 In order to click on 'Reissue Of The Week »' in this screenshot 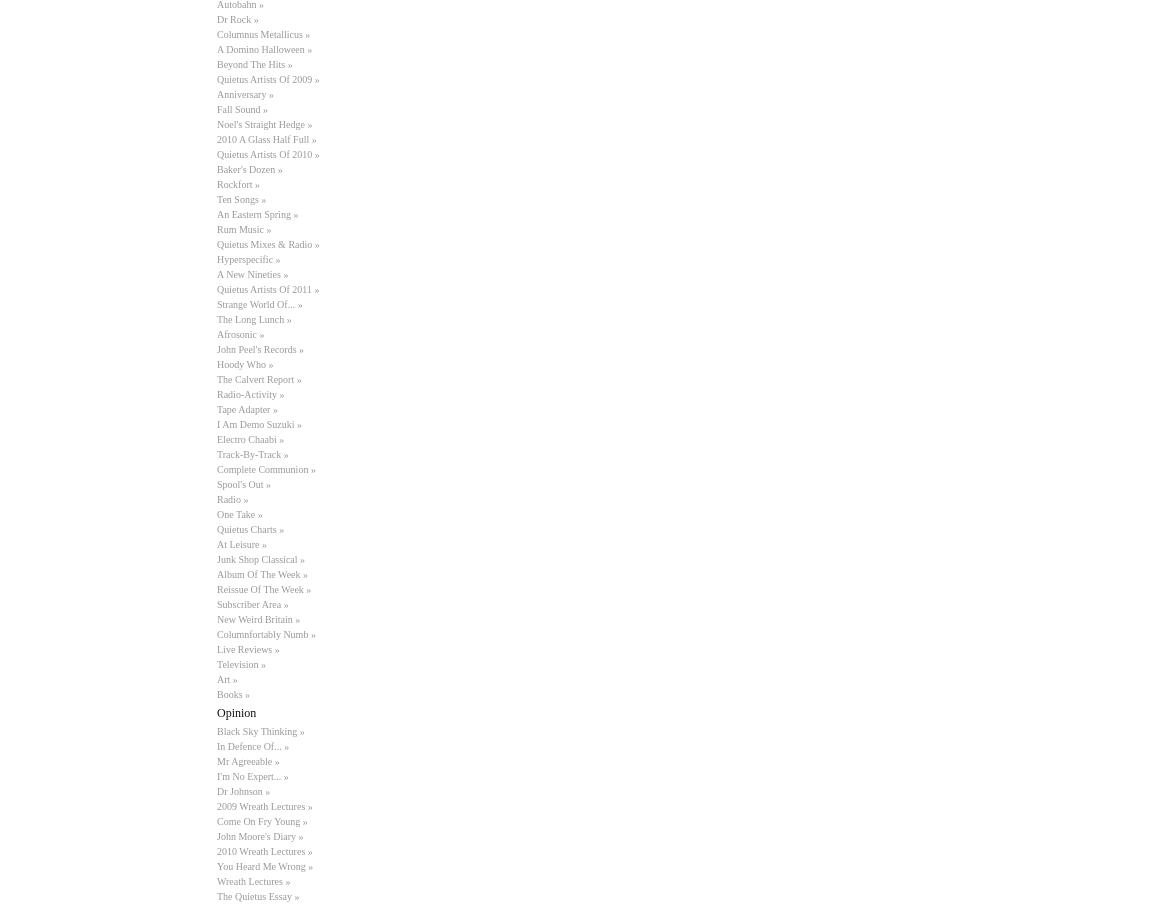, I will do `click(217, 589)`.